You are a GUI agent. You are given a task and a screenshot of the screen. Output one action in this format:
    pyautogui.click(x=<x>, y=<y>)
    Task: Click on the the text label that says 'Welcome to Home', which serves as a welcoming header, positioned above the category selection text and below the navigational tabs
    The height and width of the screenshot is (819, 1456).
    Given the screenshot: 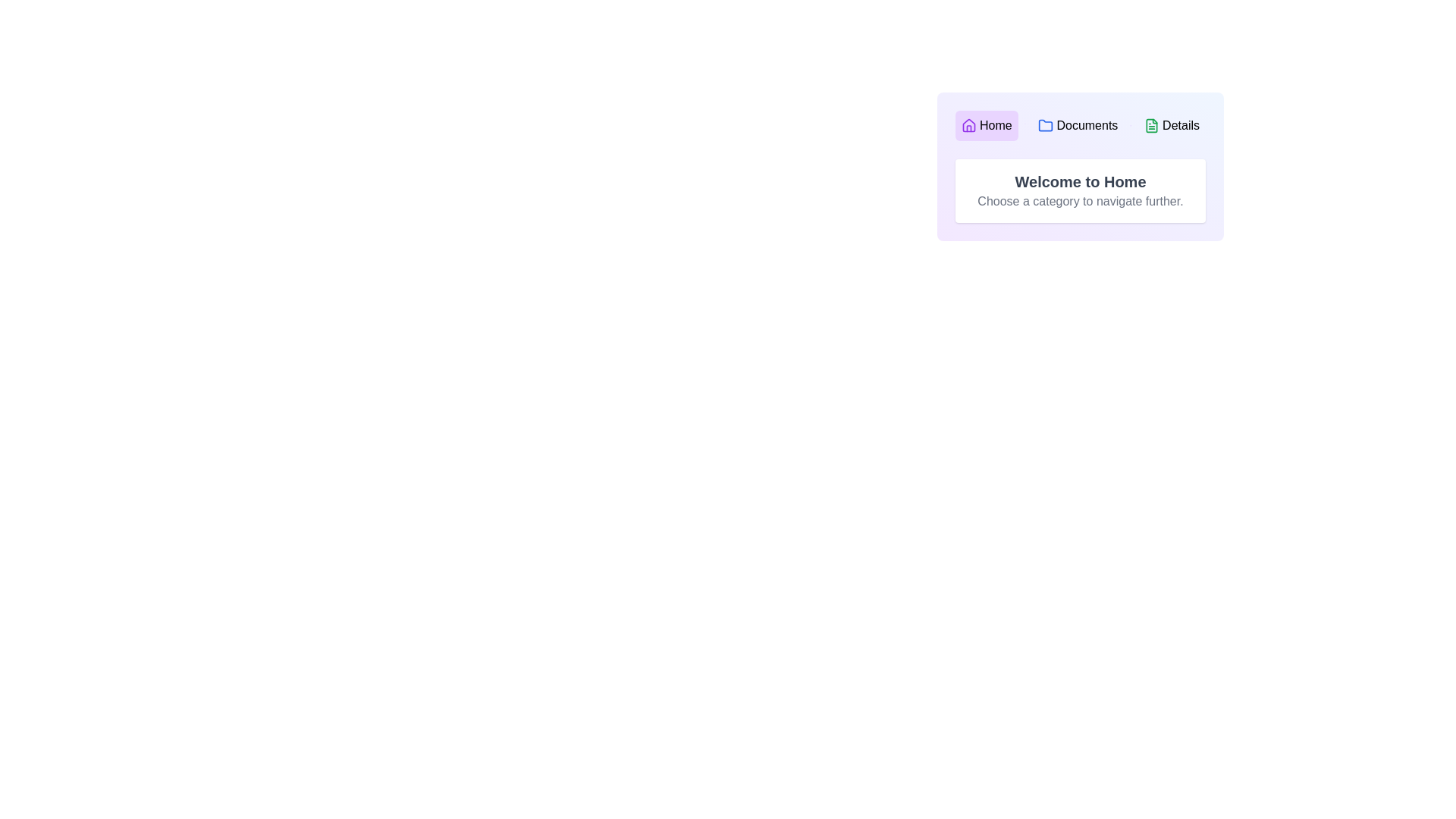 What is the action you would take?
    pyautogui.click(x=1080, y=180)
    